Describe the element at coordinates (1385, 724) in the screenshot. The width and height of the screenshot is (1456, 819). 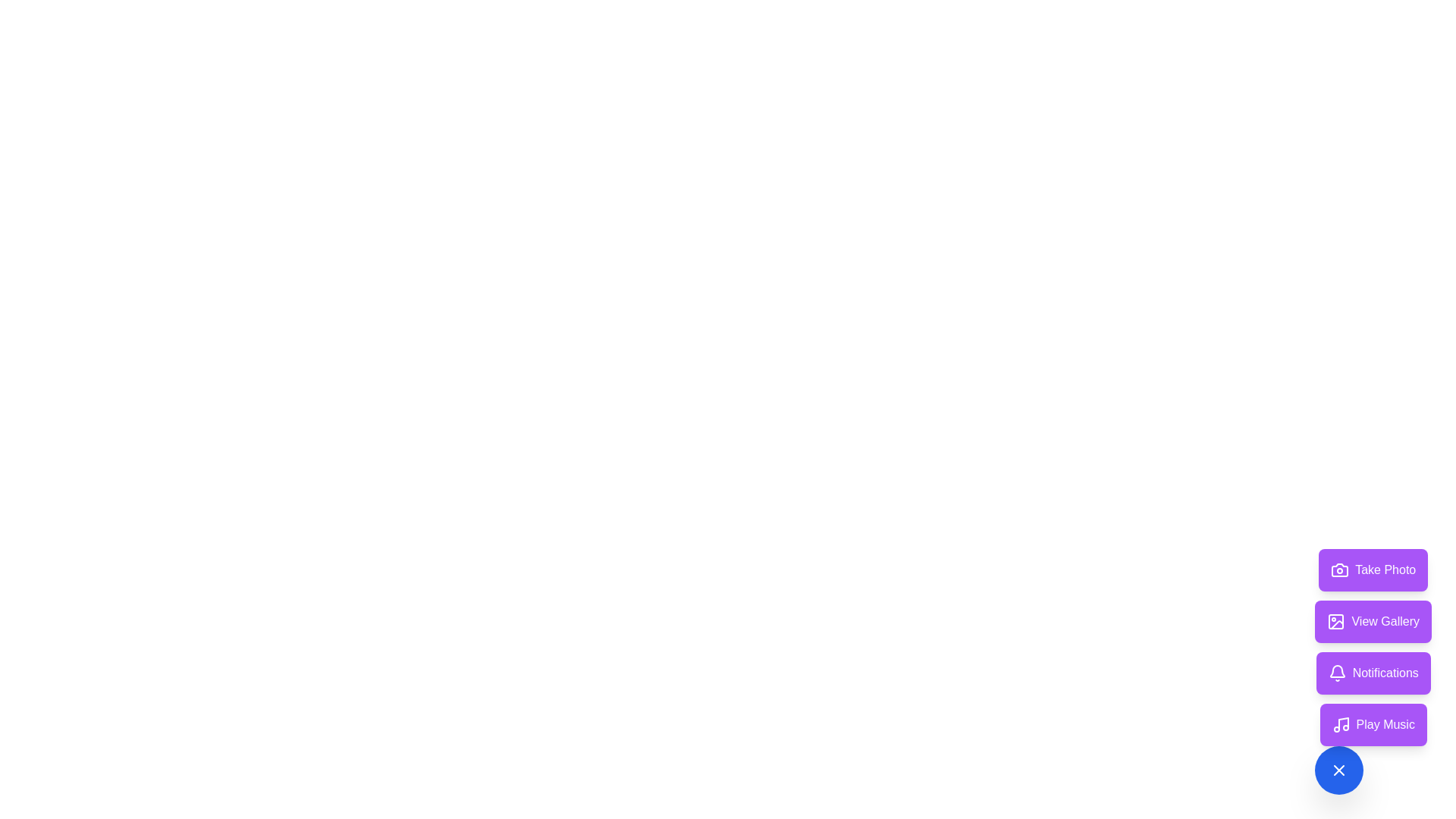
I see `the title label for the music play button located at the bottom right of the interface, which indicates its purpose with a musical note icon` at that location.